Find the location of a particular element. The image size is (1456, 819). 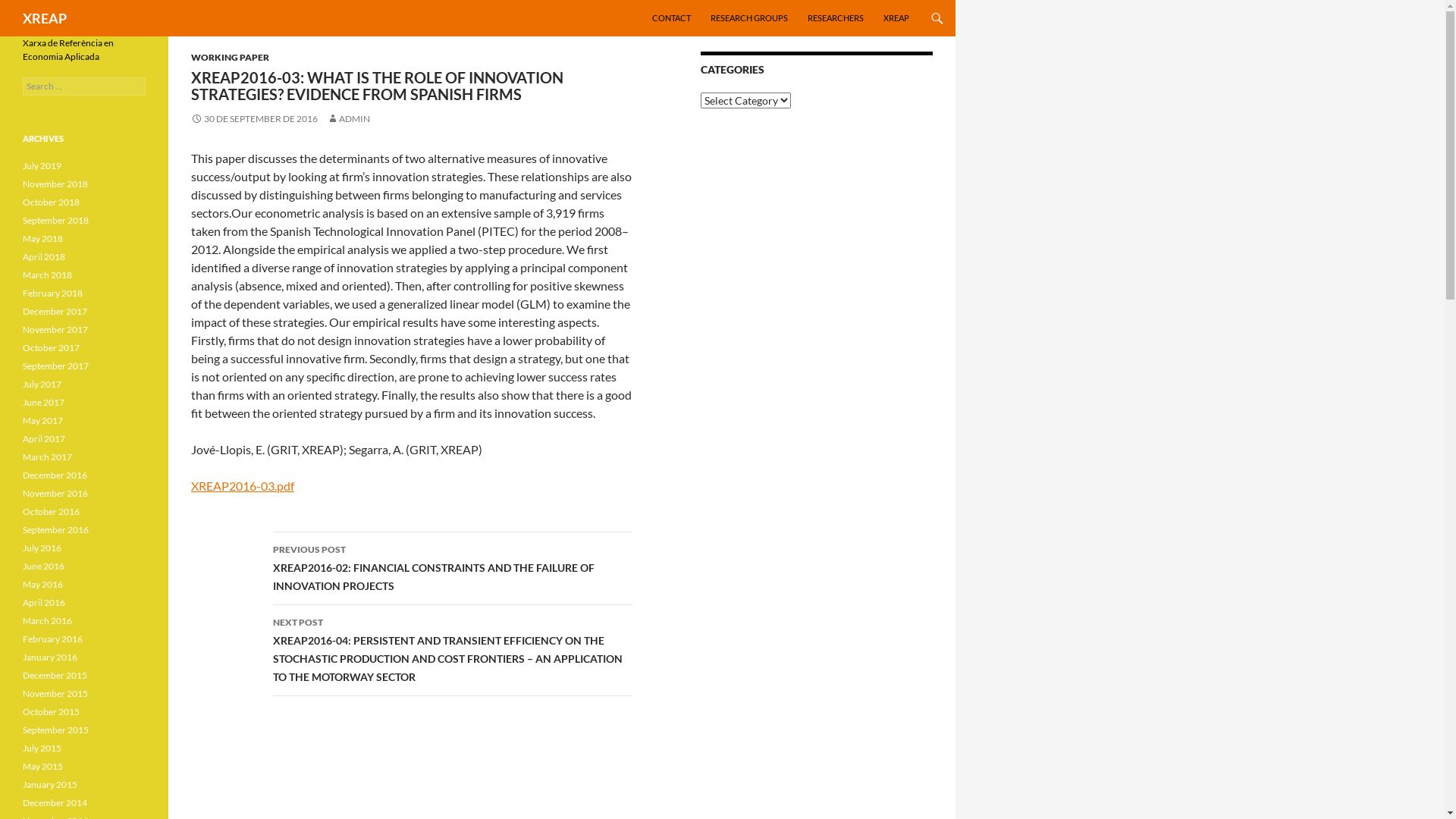

'December 2017' is located at coordinates (55, 310).